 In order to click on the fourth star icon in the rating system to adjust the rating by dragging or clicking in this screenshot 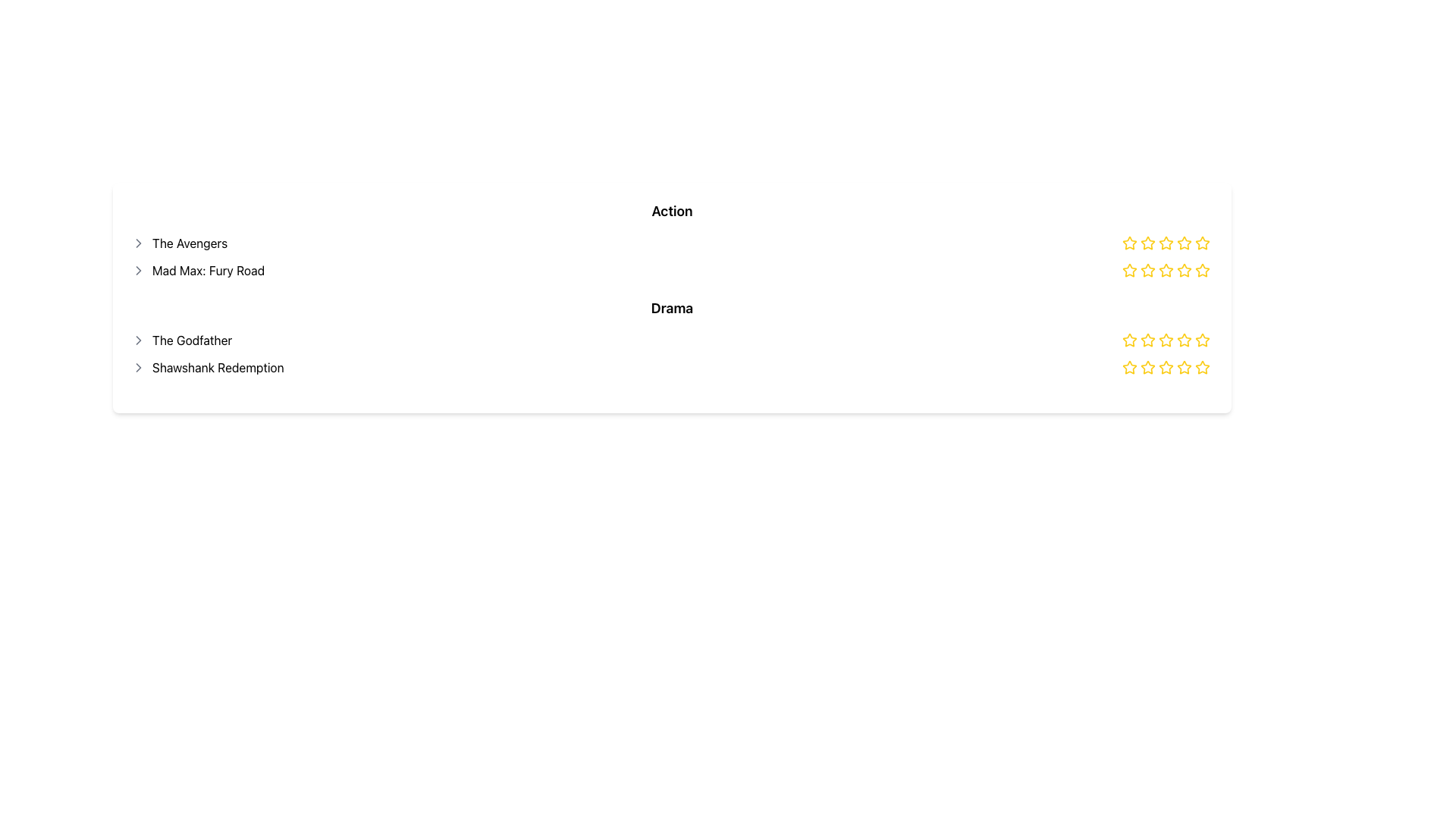, I will do `click(1165, 270)`.